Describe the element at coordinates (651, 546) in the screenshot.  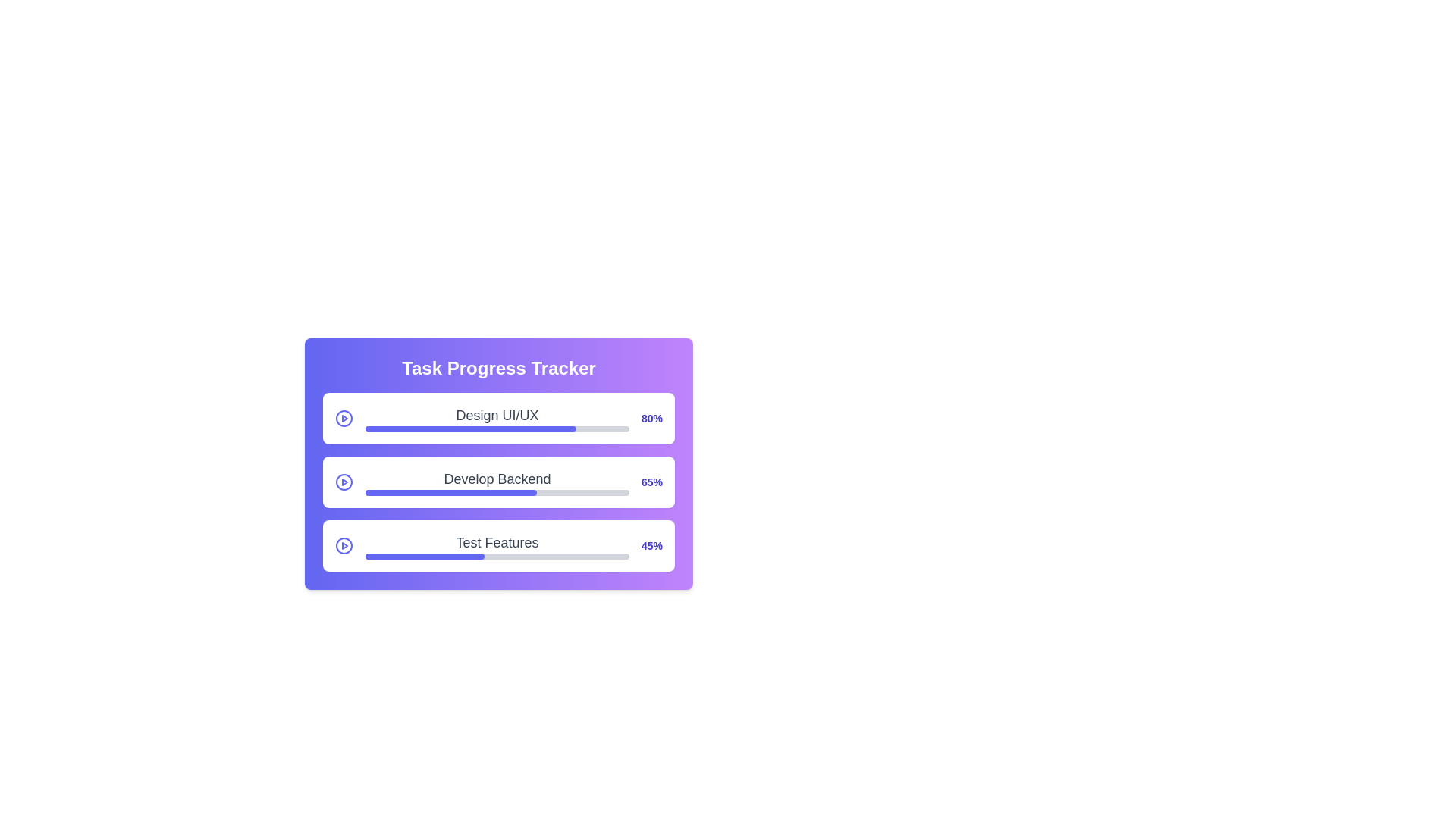
I see `the text label displaying '45%' in bold indigo font located in the 'Test Features' task row of the vertical task progress tracker` at that location.